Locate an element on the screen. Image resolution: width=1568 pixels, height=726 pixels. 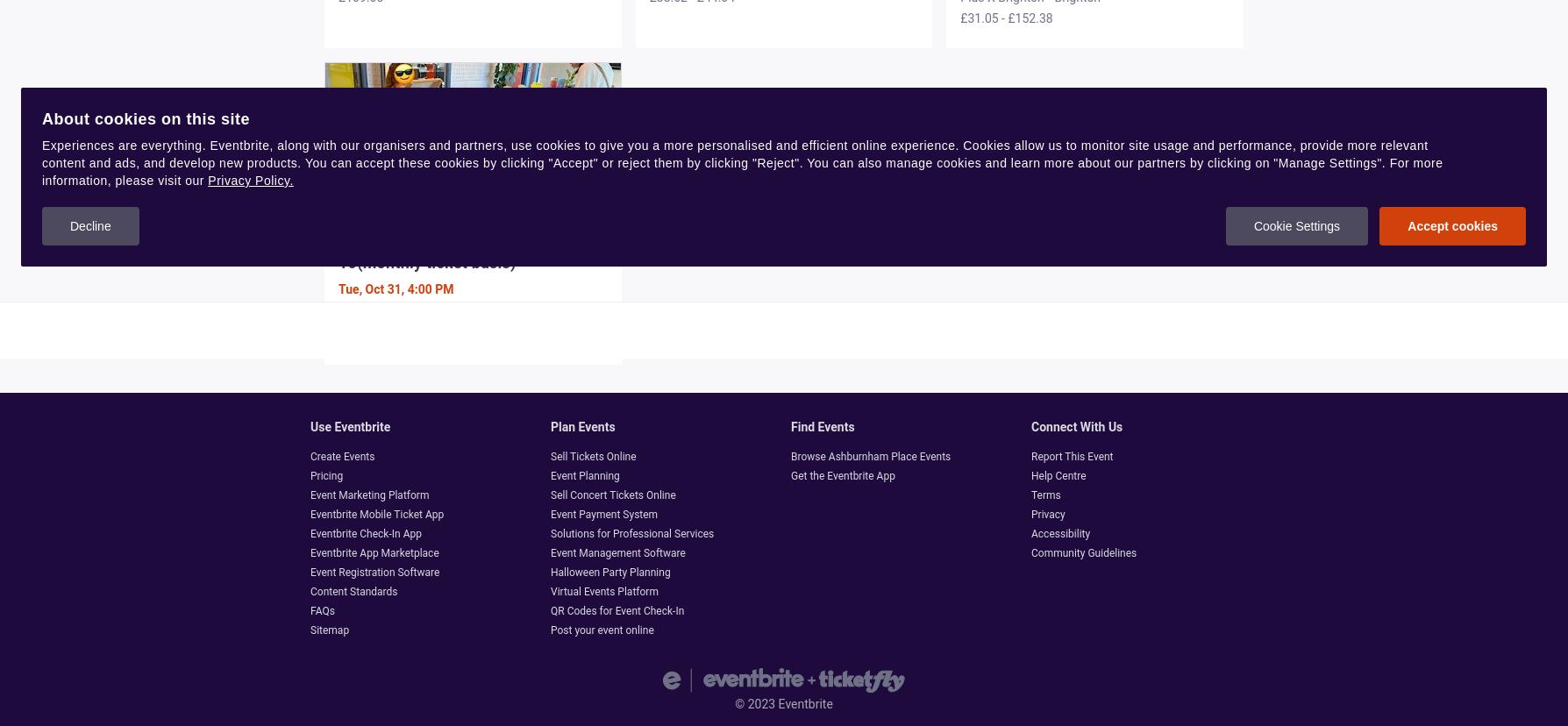
'2023' is located at coordinates (745, 702).